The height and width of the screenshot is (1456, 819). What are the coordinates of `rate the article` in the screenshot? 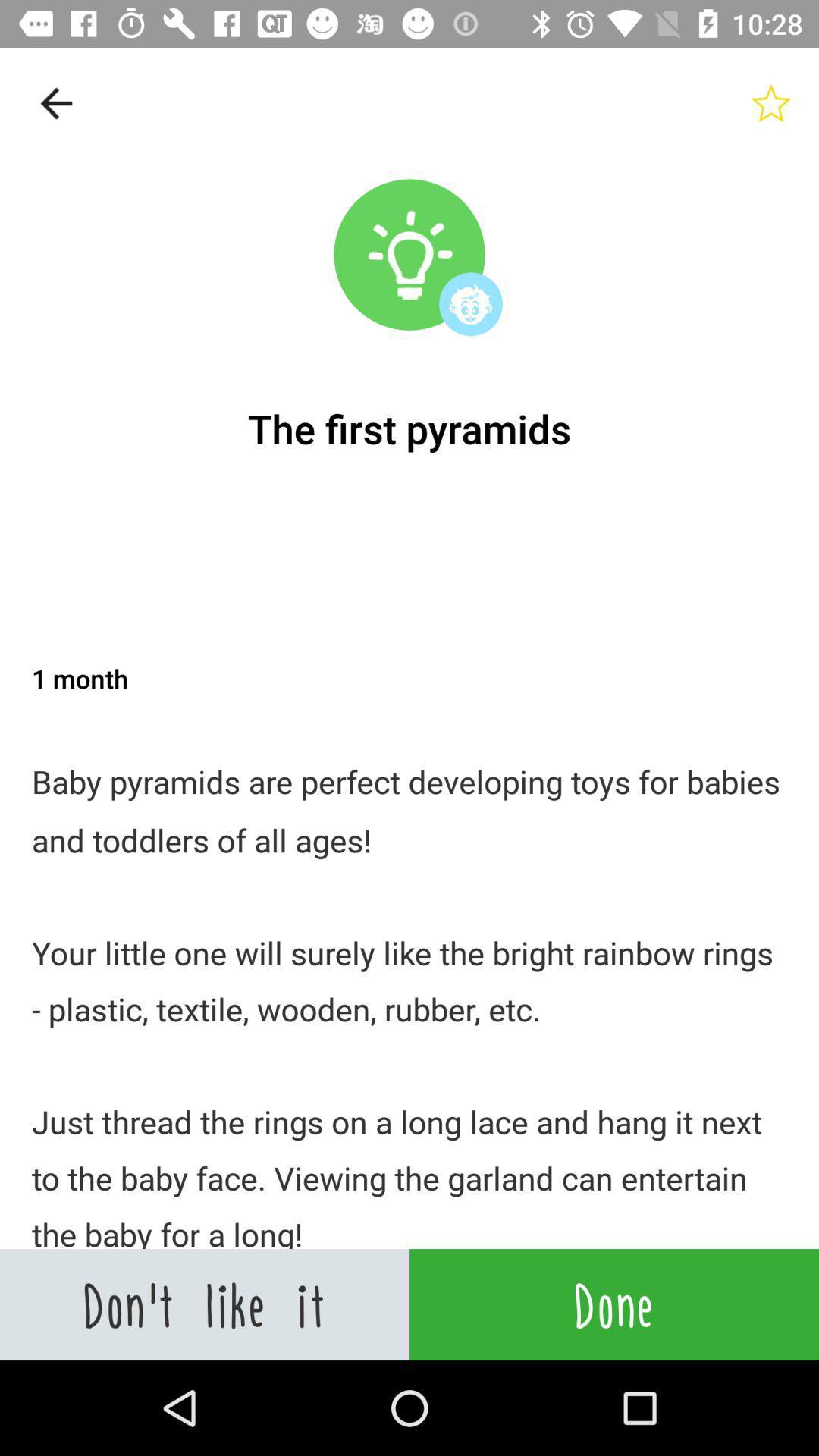 It's located at (771, 102).